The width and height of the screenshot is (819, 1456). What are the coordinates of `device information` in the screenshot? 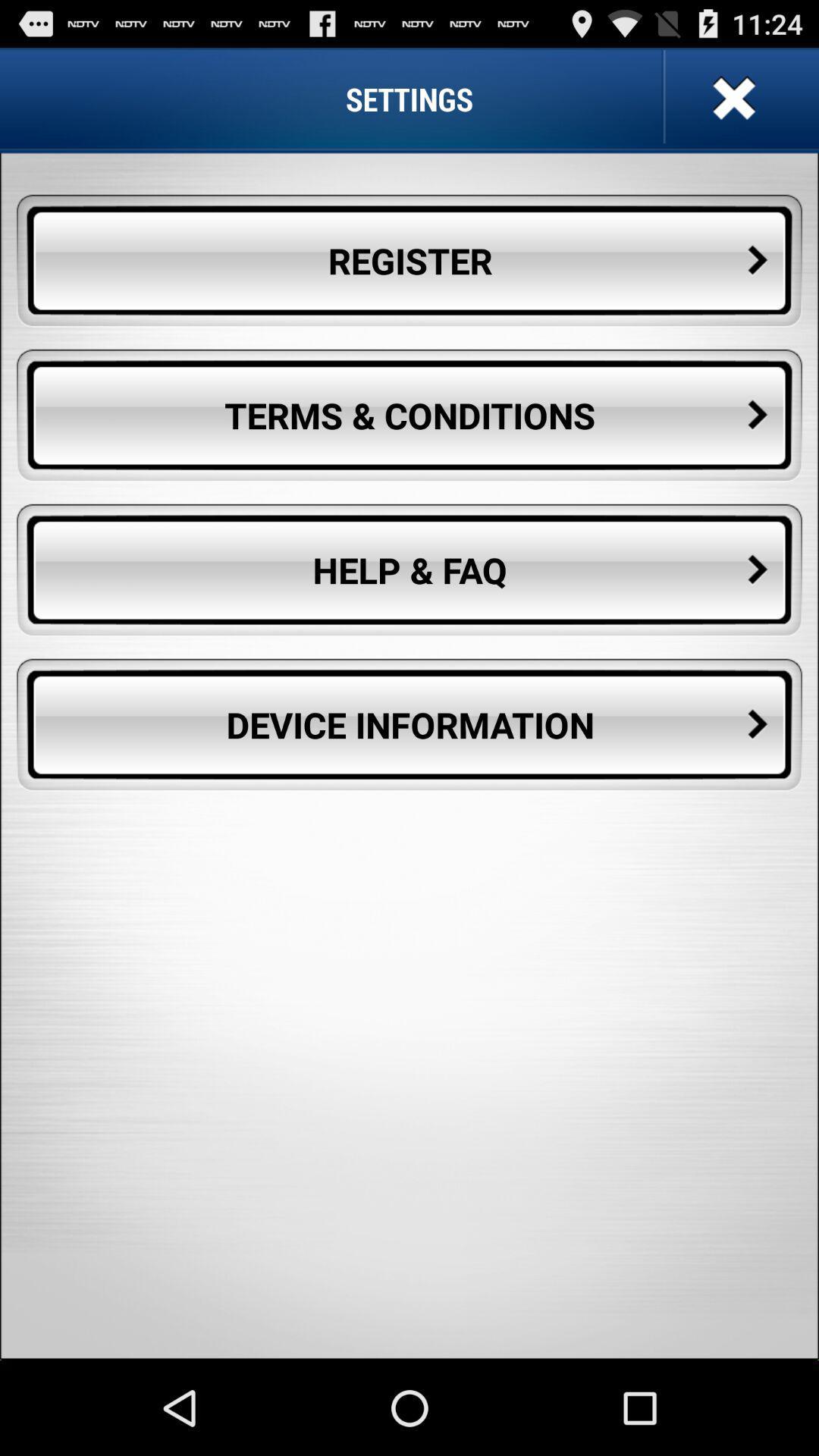 It's located at (409, 724).